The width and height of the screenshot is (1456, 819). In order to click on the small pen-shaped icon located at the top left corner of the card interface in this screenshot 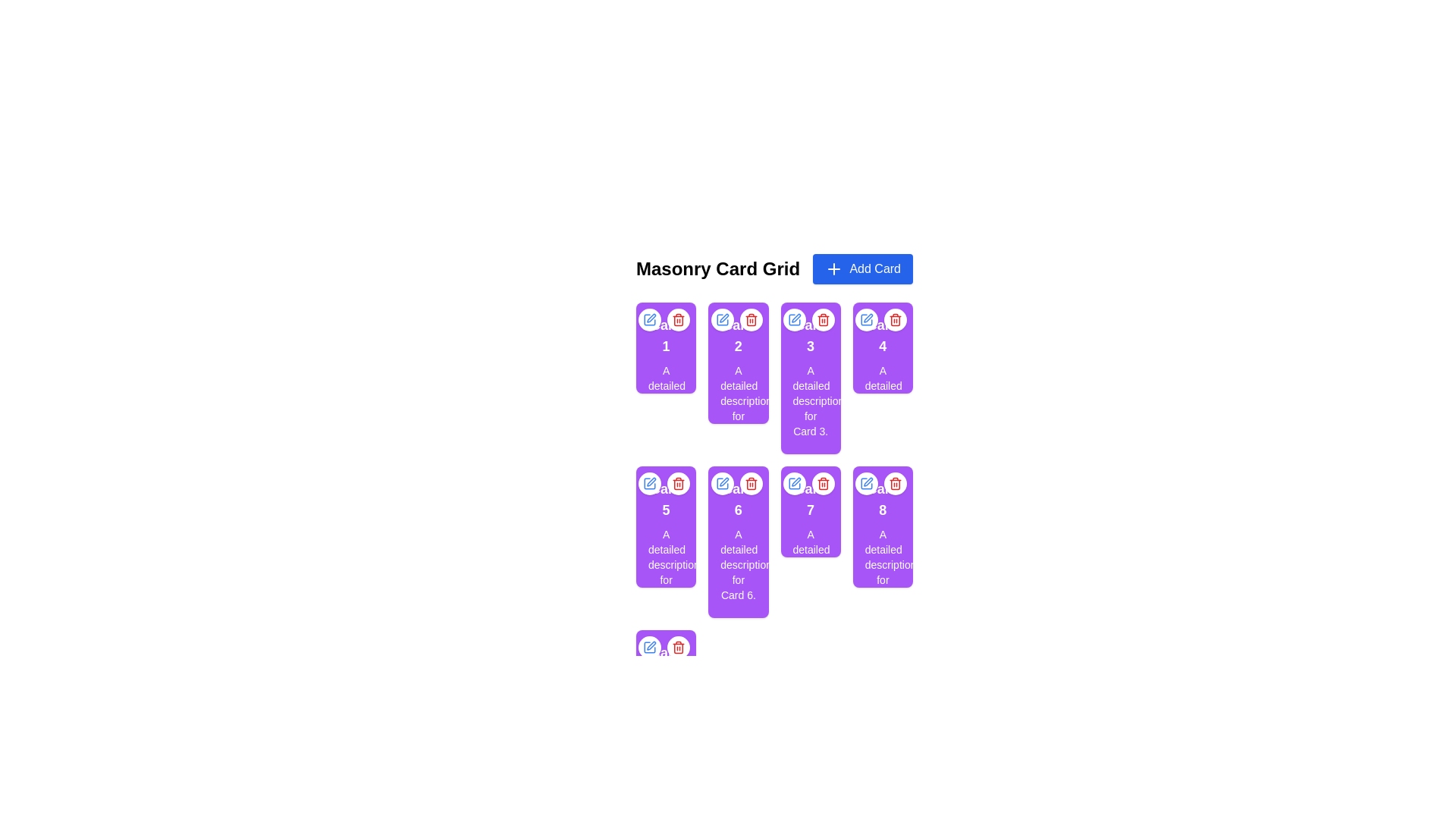, I will do `click(651, 645)`.